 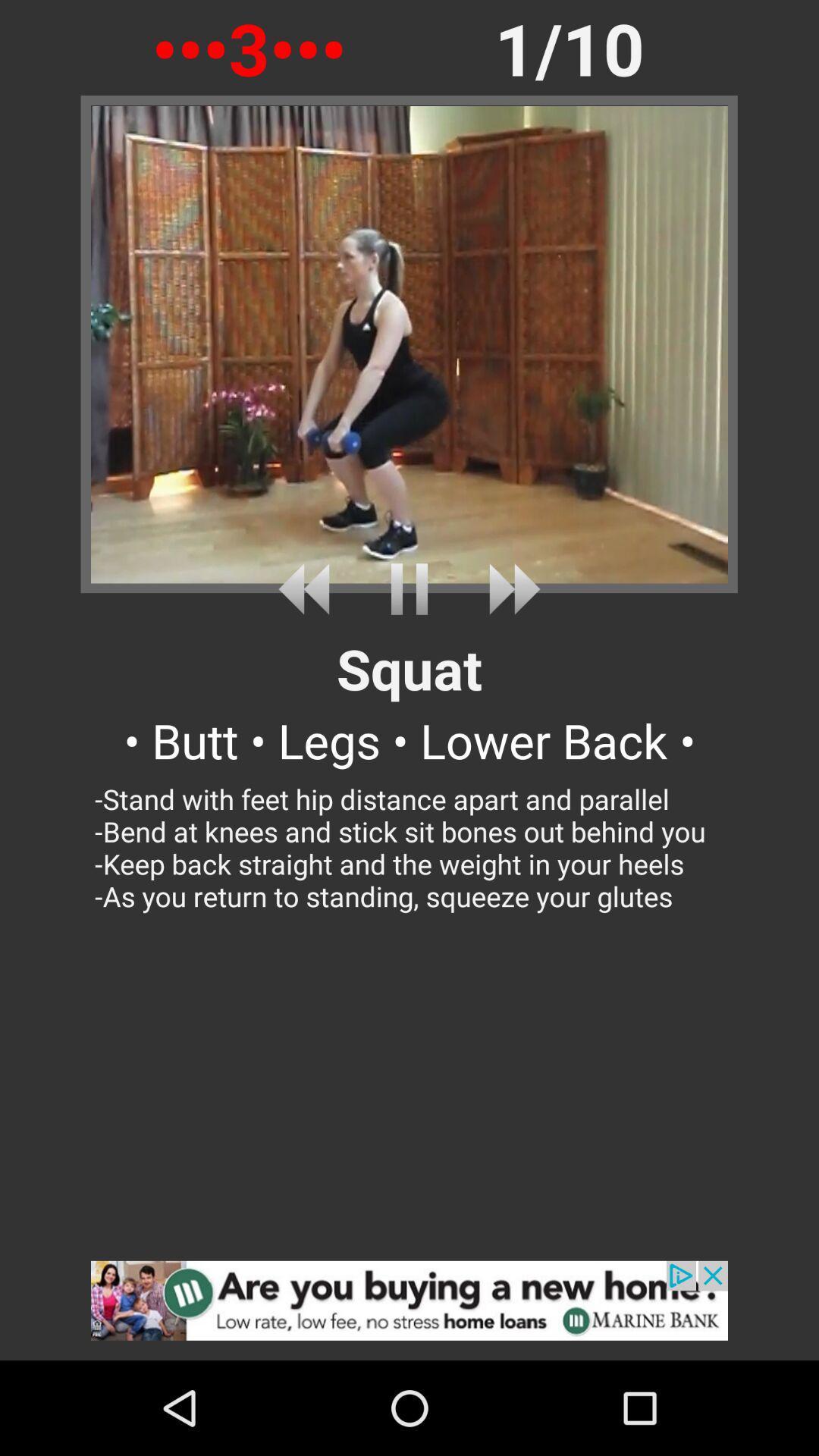 What do you see at coordinates (309, 588) in the screenshot?
I see `previous video` at bounding box center [309, 588].